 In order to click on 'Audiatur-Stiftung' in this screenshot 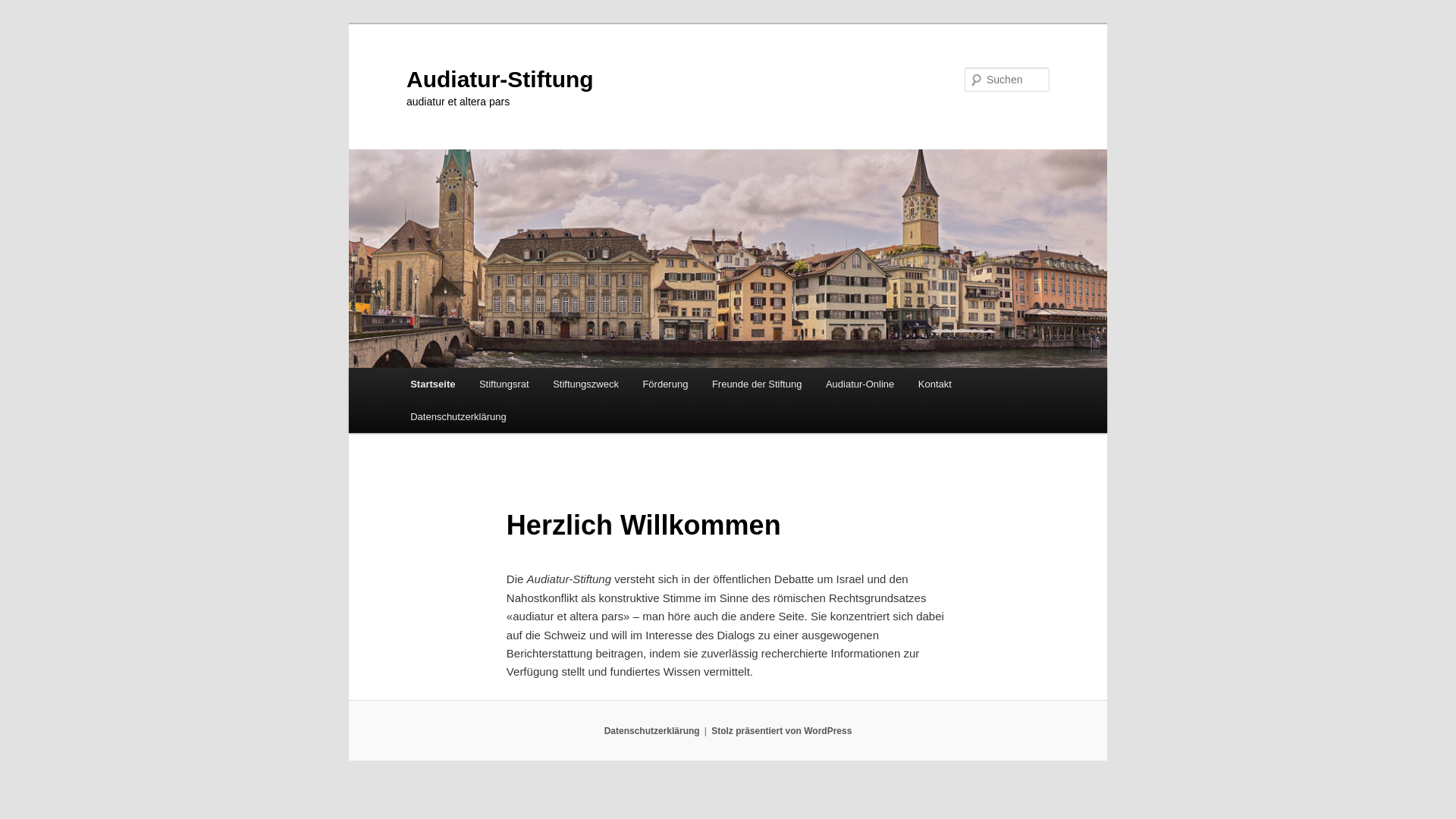, I will do `click(406, 79)`.